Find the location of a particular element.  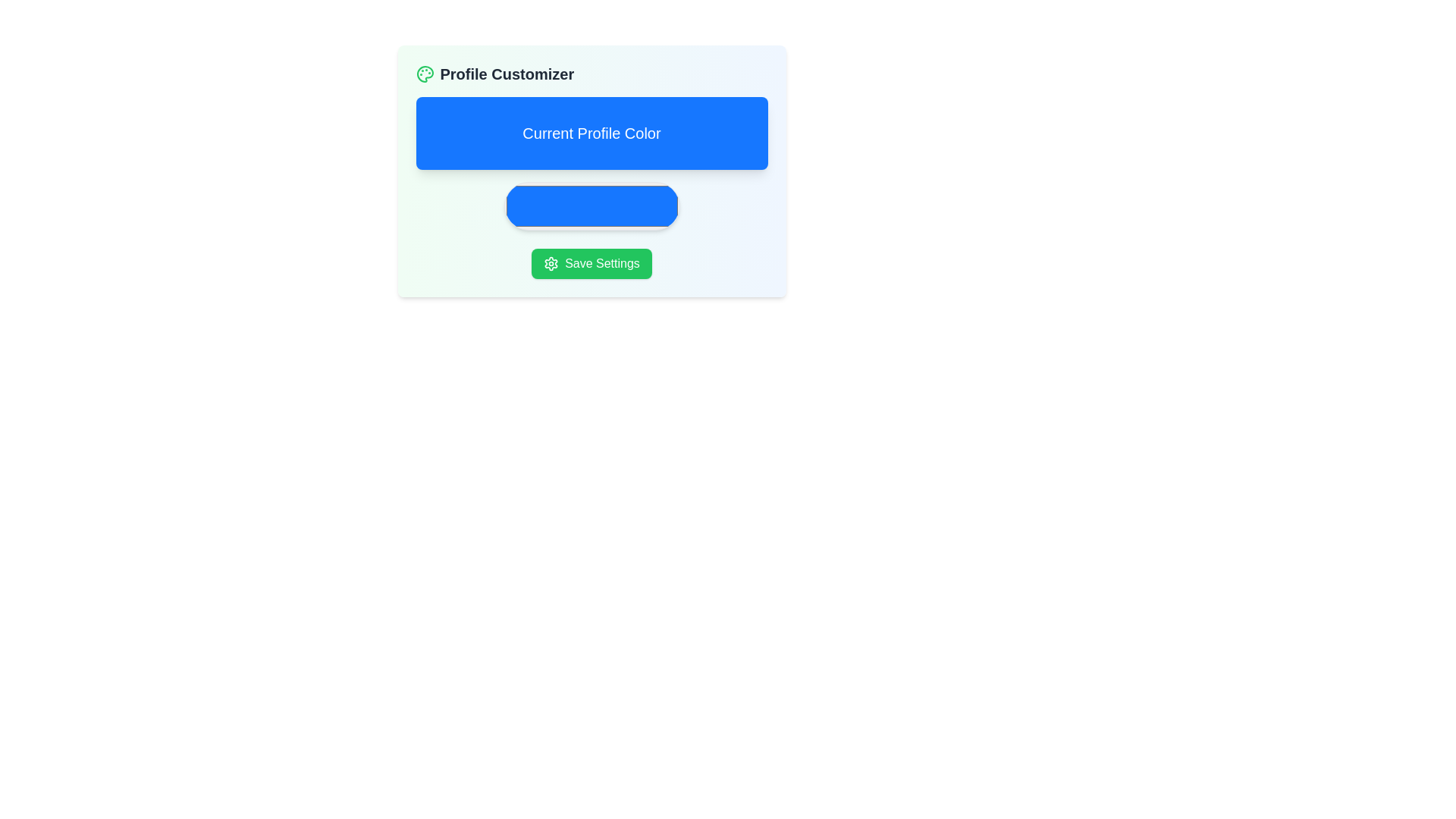

the palette icon with green outlines and colorful circles, located in the header section labeled 'Profile Customizer', positioned to the left of the text heading is located at coordinates (425, 74).